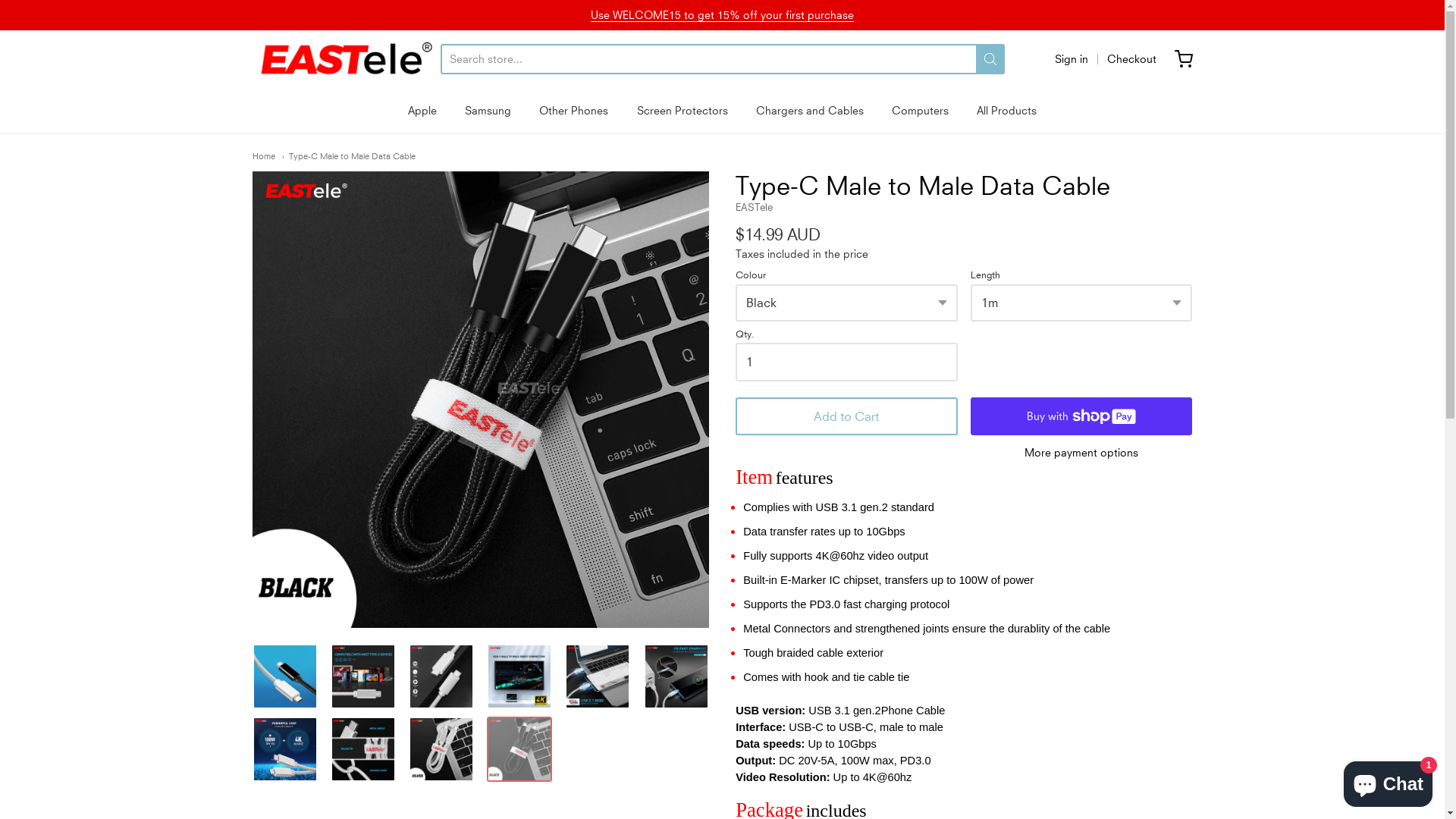 This screenshot has width=1456, height=819. Describe the element at coordinates (1006, 110) in the screenshot. I see `'All Products'` at that location.